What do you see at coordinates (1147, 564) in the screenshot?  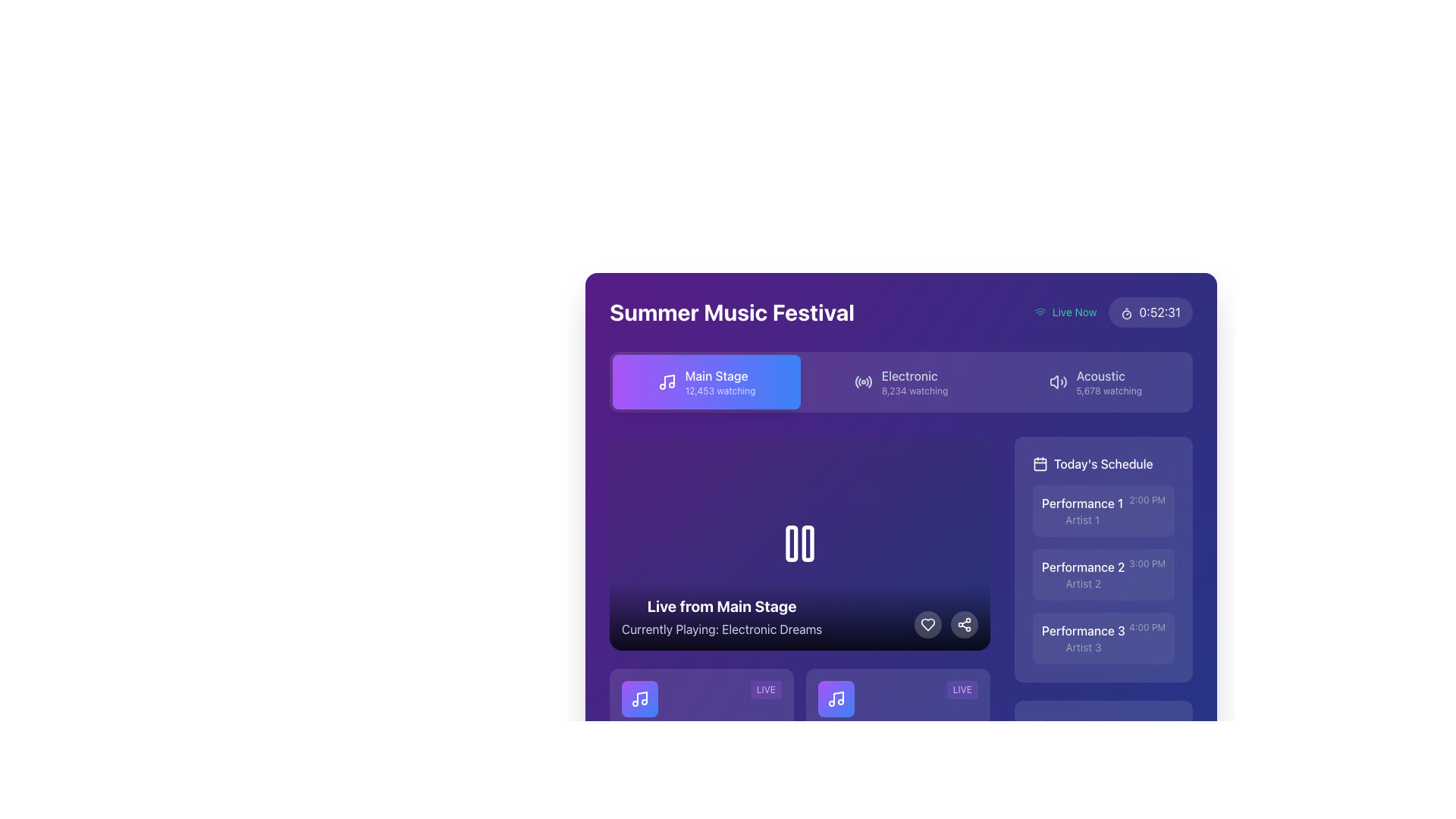 I see `the Text label indicating the scheduled time for 'Performance 2' under 'Today's Schedule' section` at bounding box center [1147, 564].